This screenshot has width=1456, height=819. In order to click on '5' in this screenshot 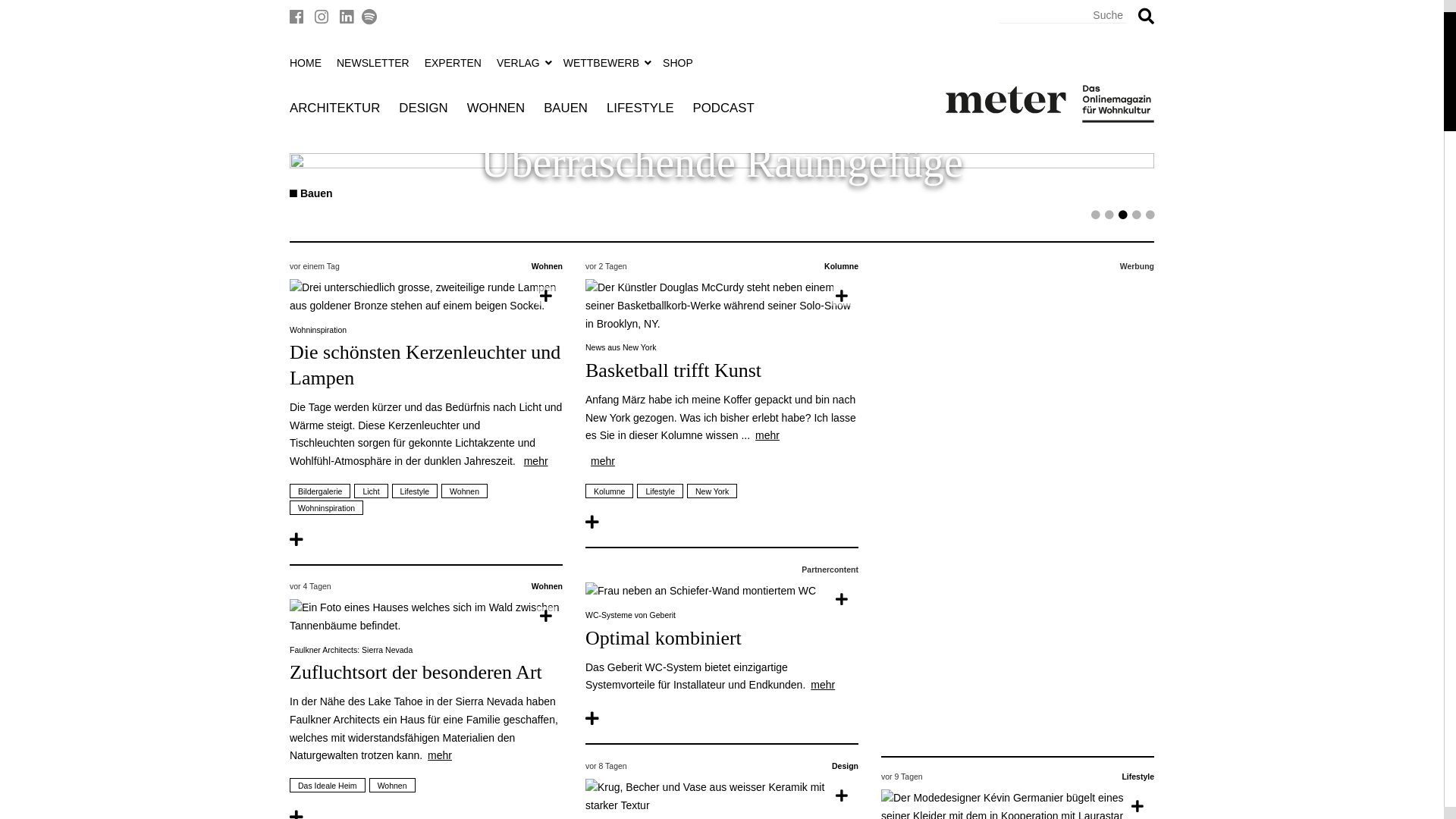, I will do `click(1150, 218)`.